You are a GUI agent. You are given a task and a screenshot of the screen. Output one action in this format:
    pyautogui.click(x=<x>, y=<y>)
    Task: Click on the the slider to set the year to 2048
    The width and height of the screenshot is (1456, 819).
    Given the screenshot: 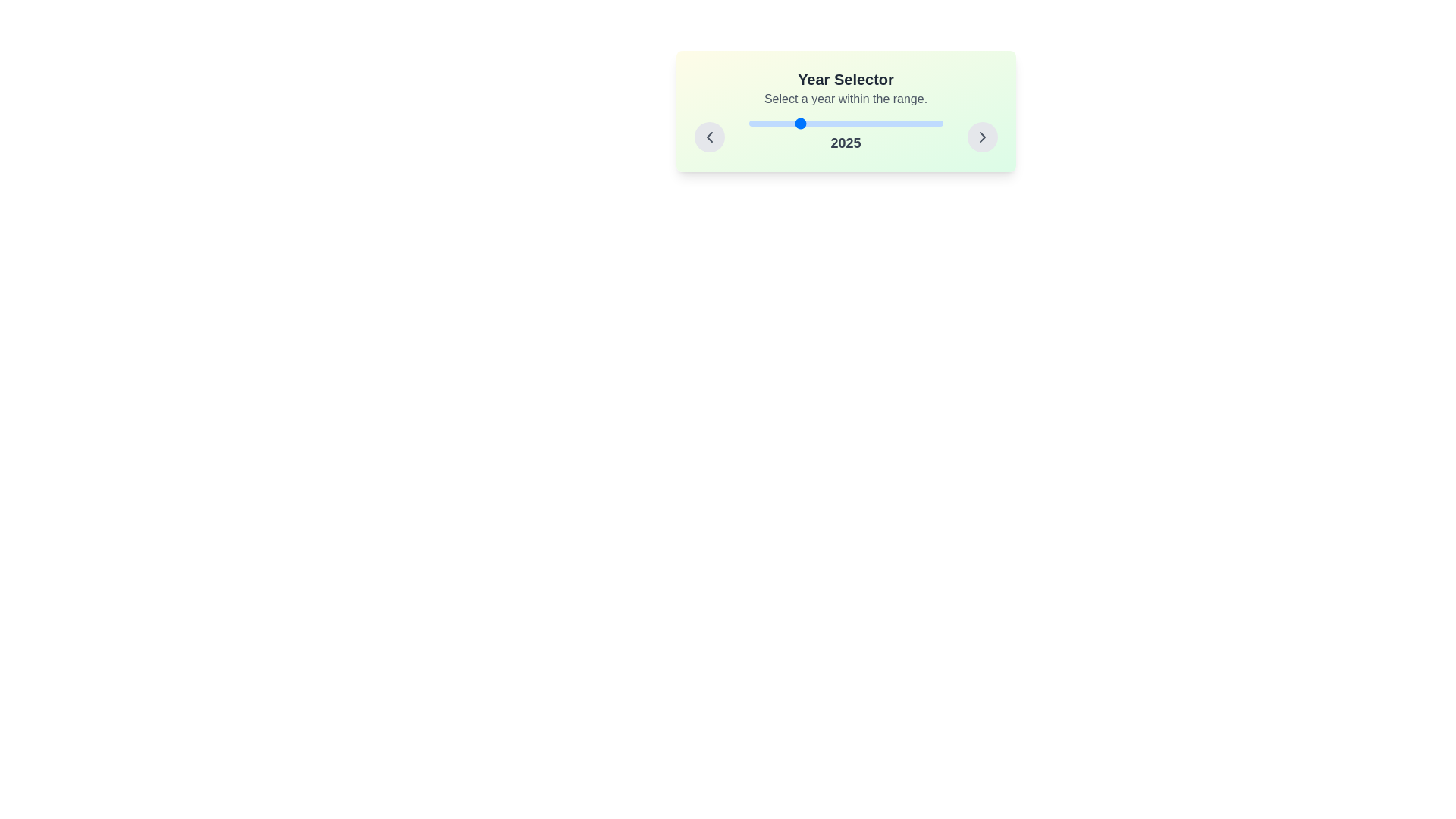 What is the action you would take?
    pyautogui.click(x=841, y=122)
    